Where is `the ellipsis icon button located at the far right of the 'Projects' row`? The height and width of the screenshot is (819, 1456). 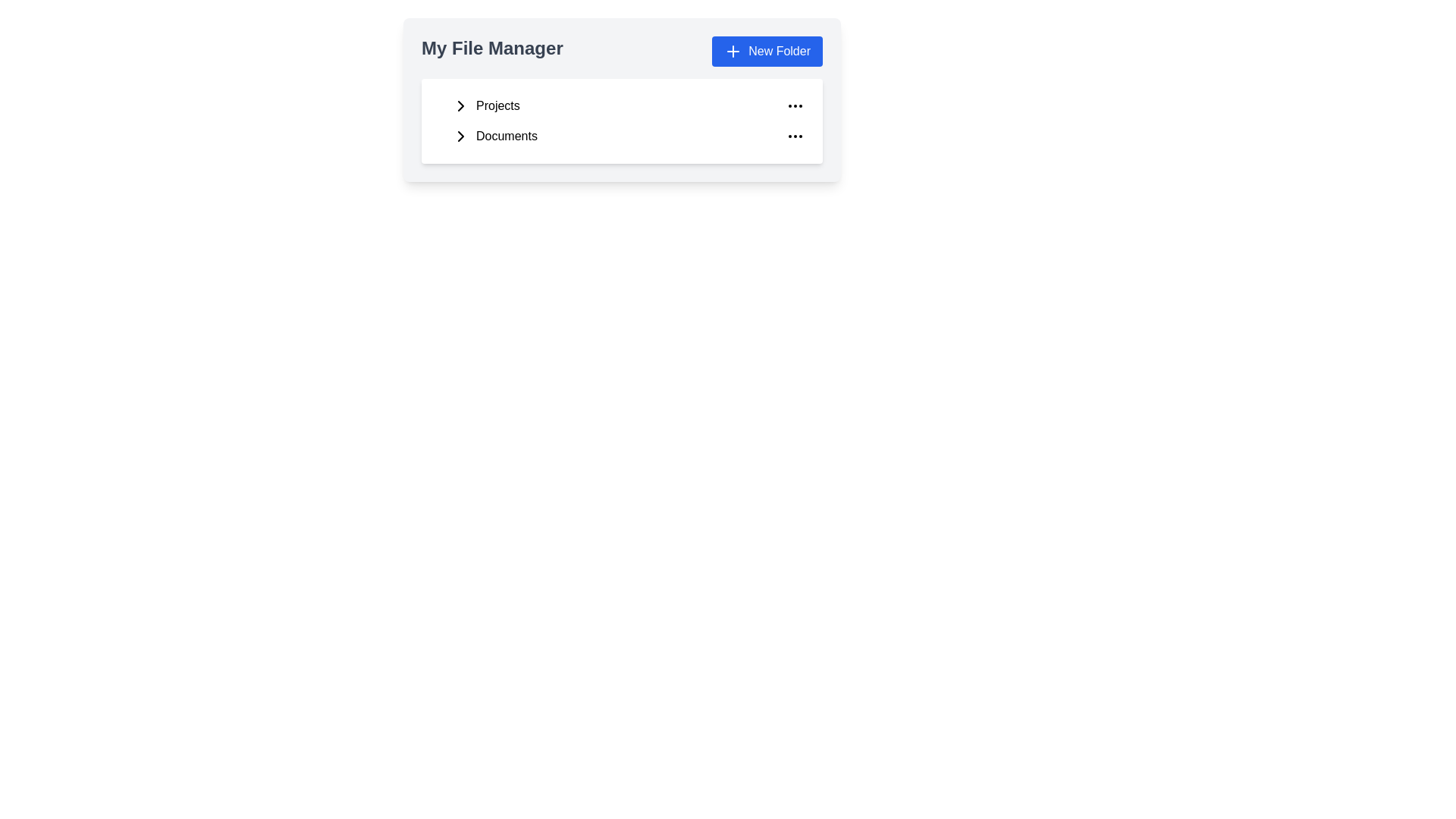 the ellipsis icon button located at the far right of the 'Projects' row is located at coordinates (795, 105).